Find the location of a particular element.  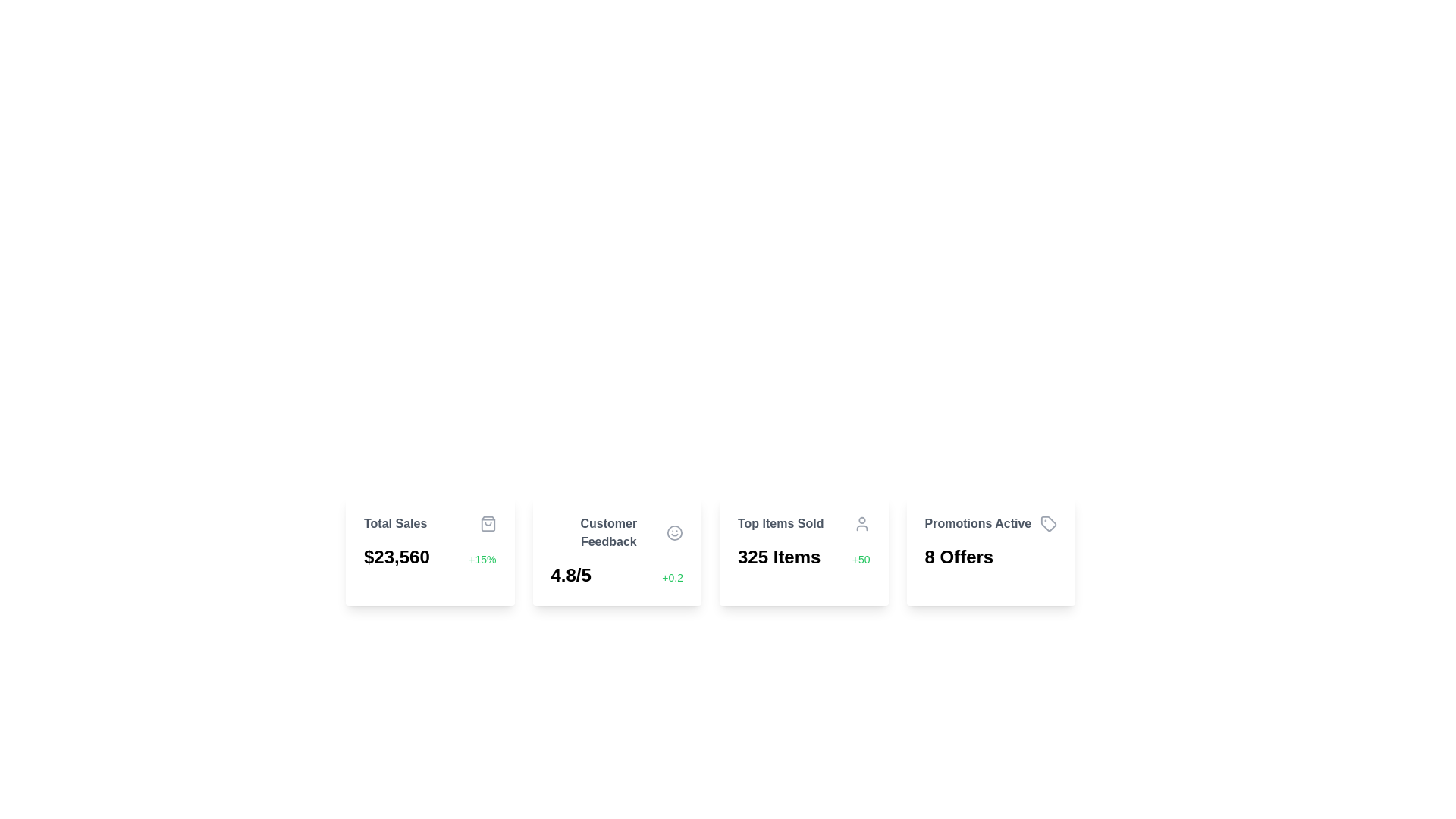

the icon representing 'Total Sales' located in the top-right corner of the card, positioned slightly above the sales value is located at coordinates (488, 522).